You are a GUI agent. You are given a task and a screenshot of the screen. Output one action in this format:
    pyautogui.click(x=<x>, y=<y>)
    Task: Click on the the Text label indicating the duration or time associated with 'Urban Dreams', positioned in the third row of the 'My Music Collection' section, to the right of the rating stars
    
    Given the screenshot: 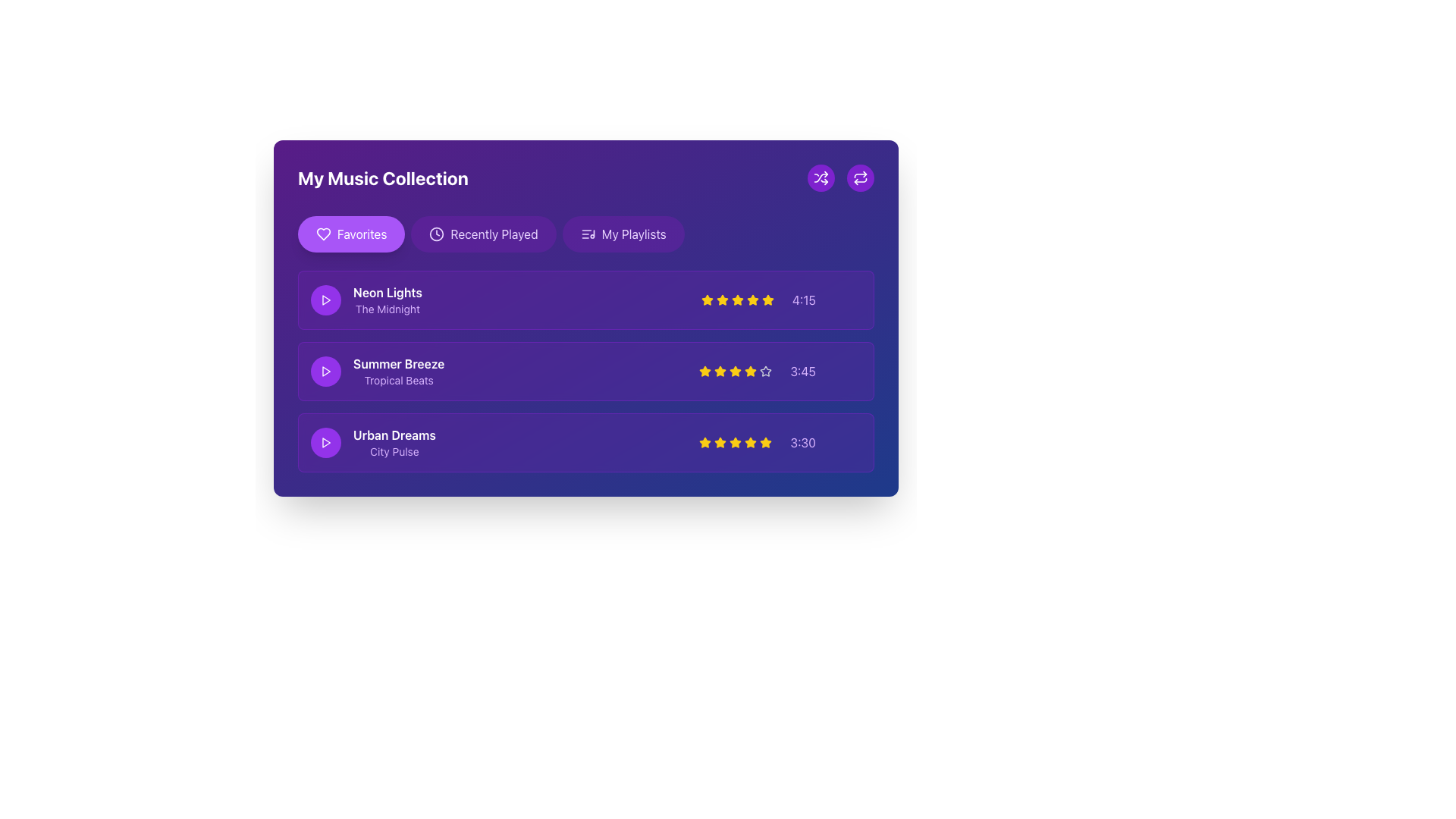 What is the action you would take?
    pyautogui.click(x=802, y=442)
    